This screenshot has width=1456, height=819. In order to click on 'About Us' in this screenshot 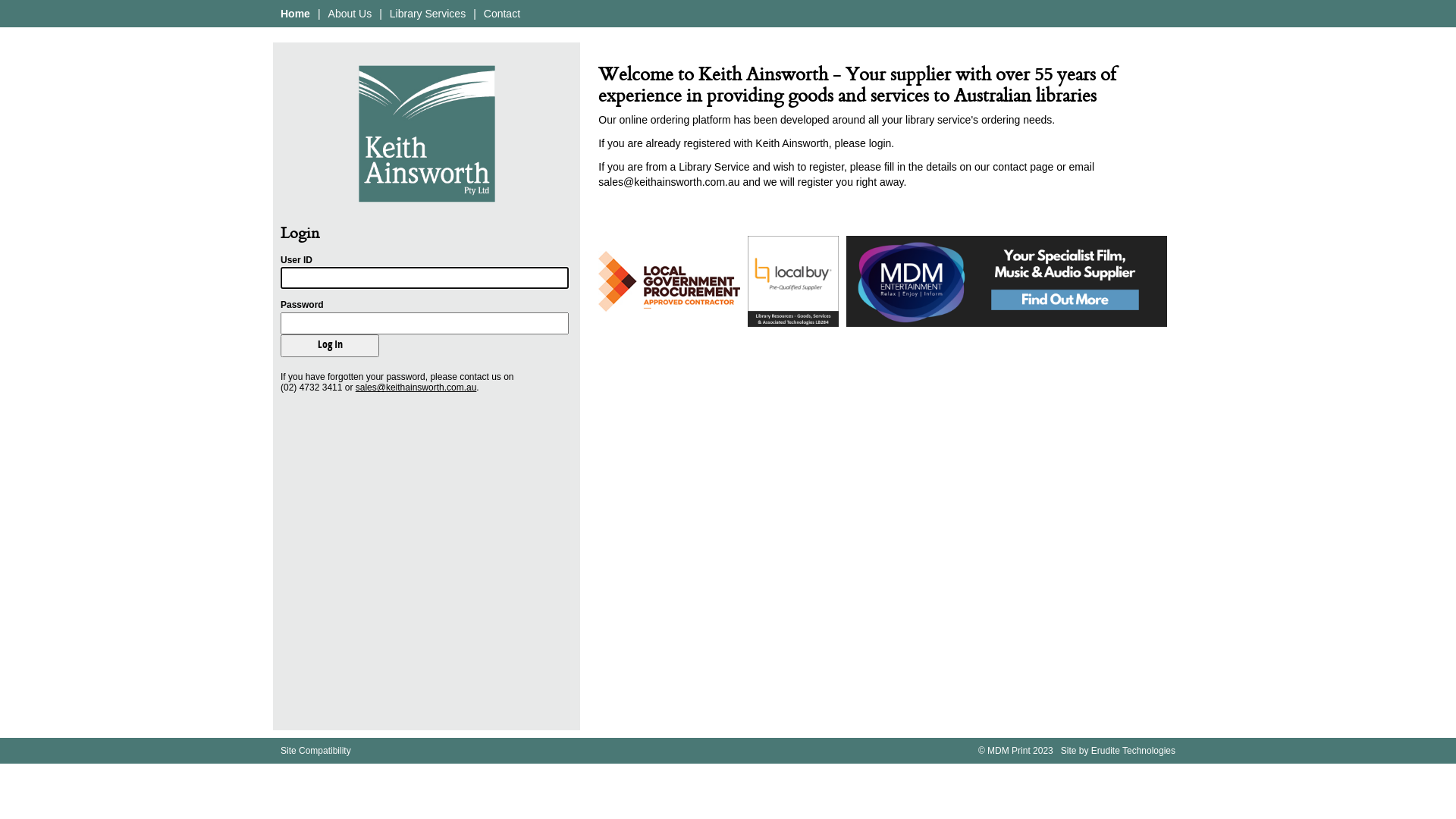, I will do `click(349, 14)`.